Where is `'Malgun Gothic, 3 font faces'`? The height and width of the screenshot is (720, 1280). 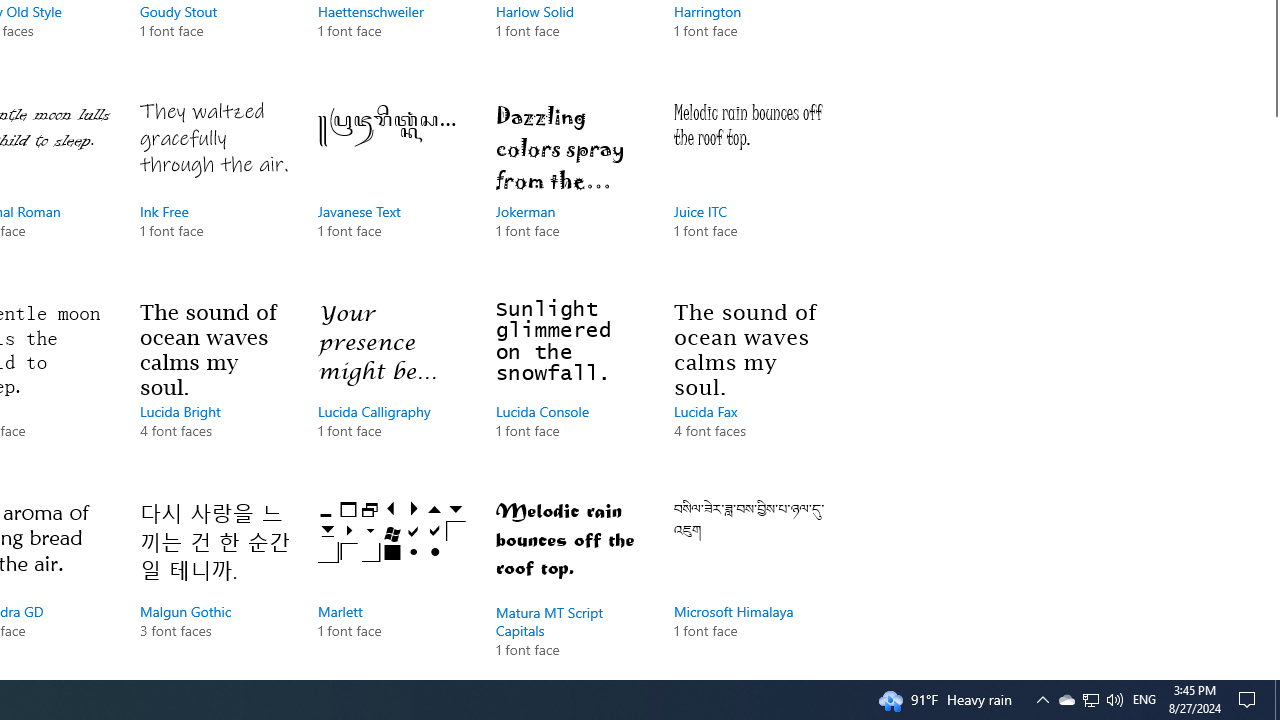 'Malgun Gothic, 3 font faces' is located at coordinates (215, 585).